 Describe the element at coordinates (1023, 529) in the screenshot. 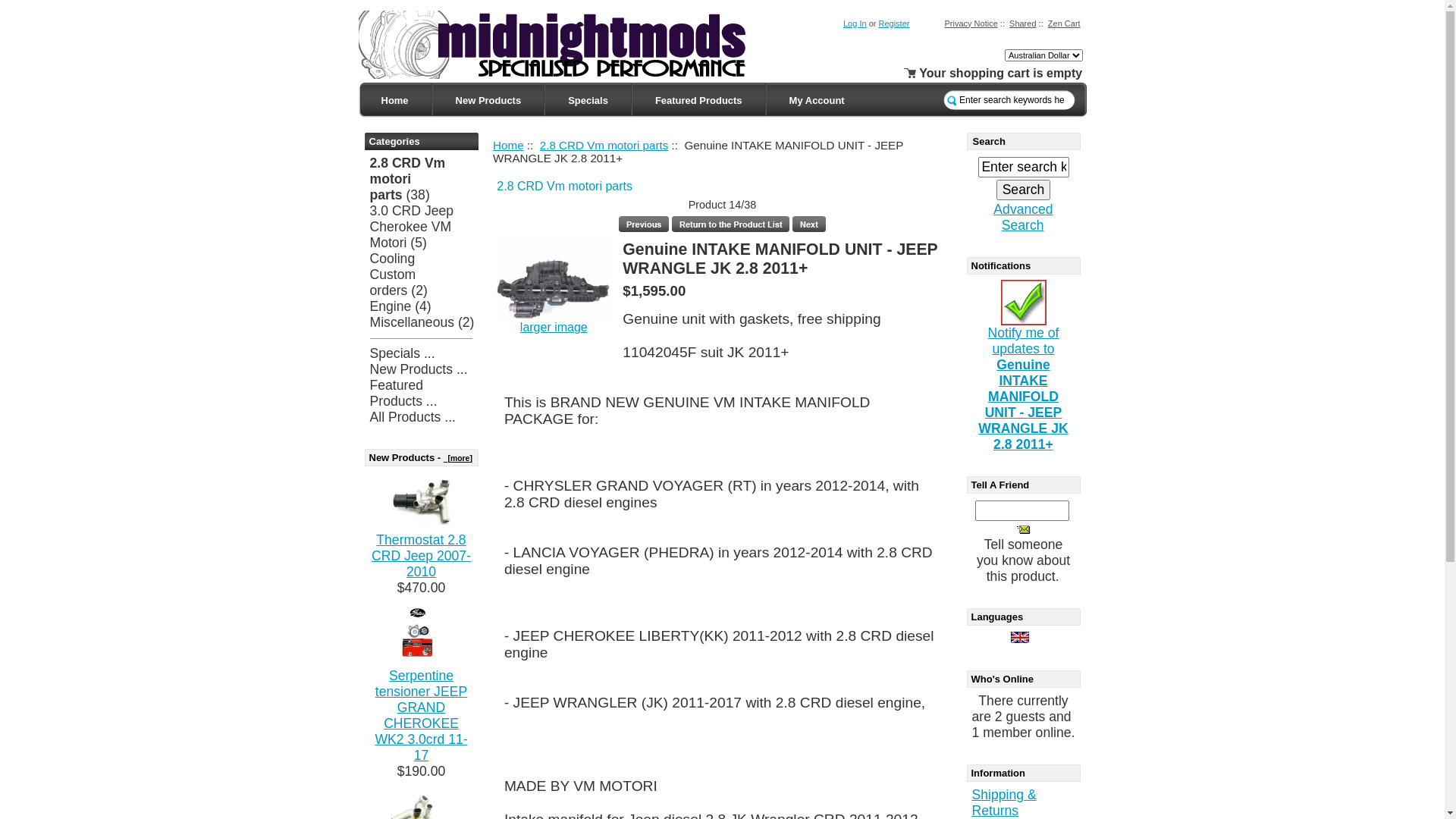

I see `' Tell a Friend '` at that location.